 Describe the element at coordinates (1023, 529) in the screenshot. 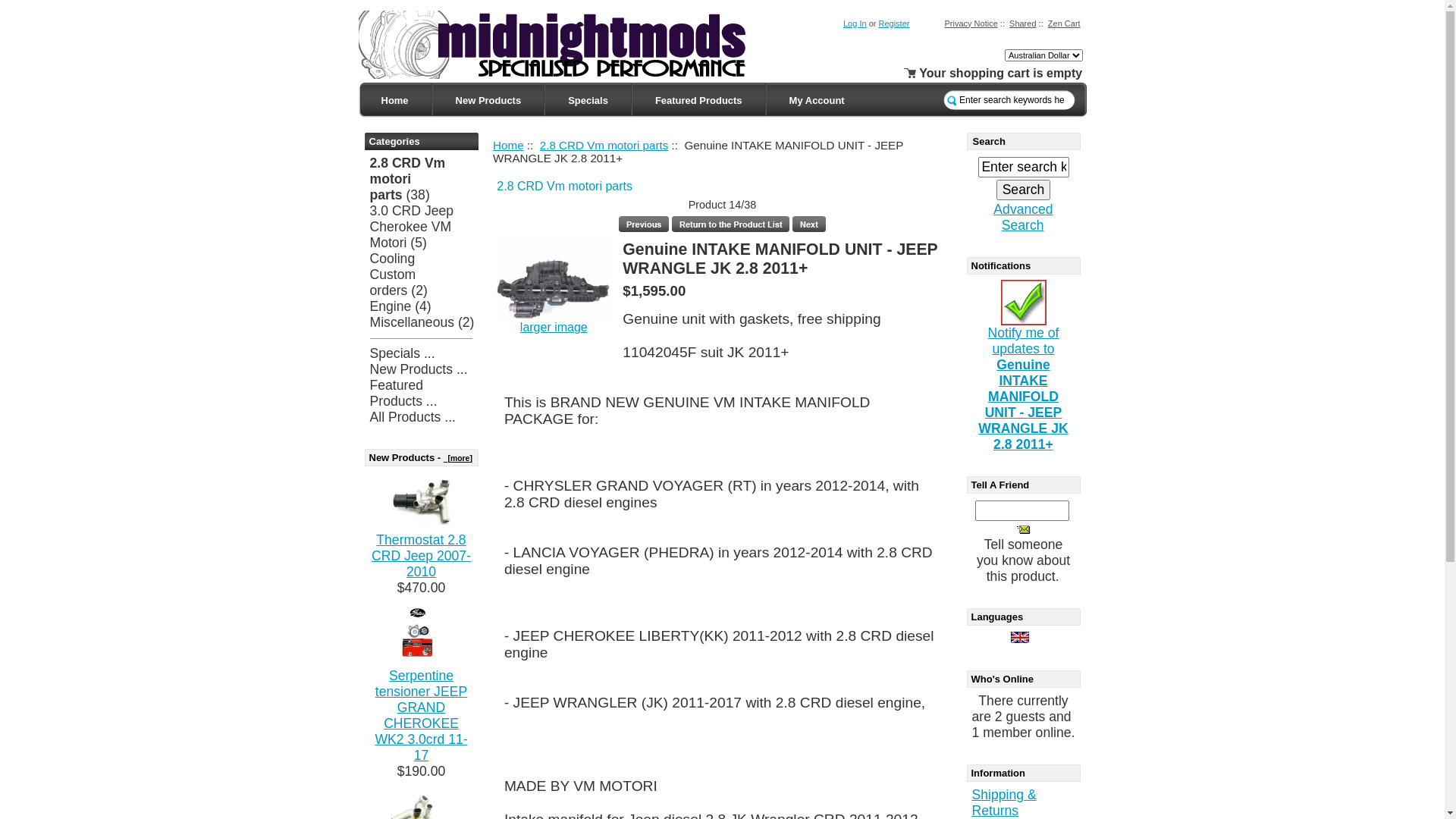

I see `' Tell a Friend '` at that location.